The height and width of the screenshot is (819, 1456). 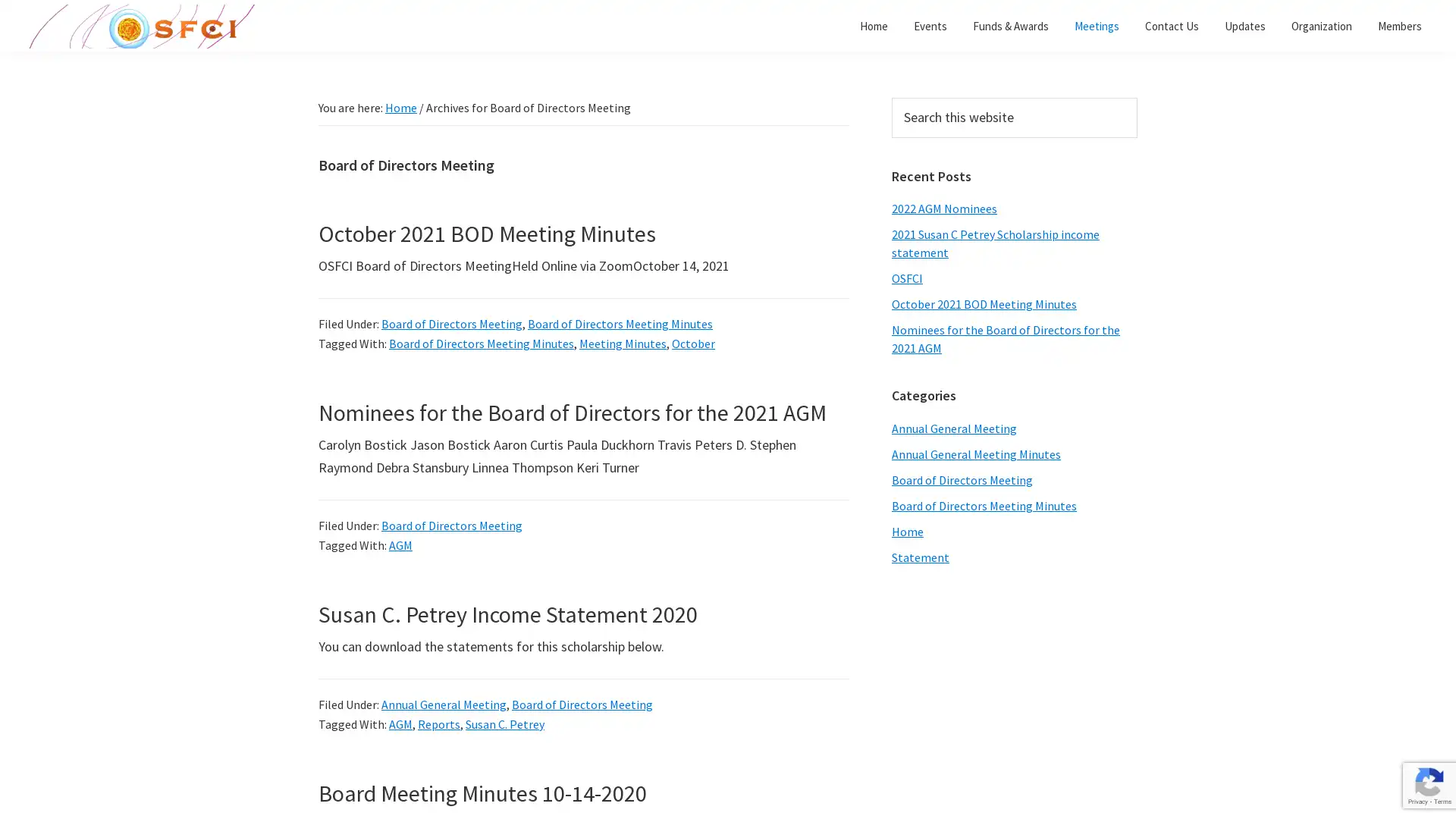 What do you see at coordinates (1137, 97) in the screenshot?
I see `Search` at bounding box center [1137, 97].